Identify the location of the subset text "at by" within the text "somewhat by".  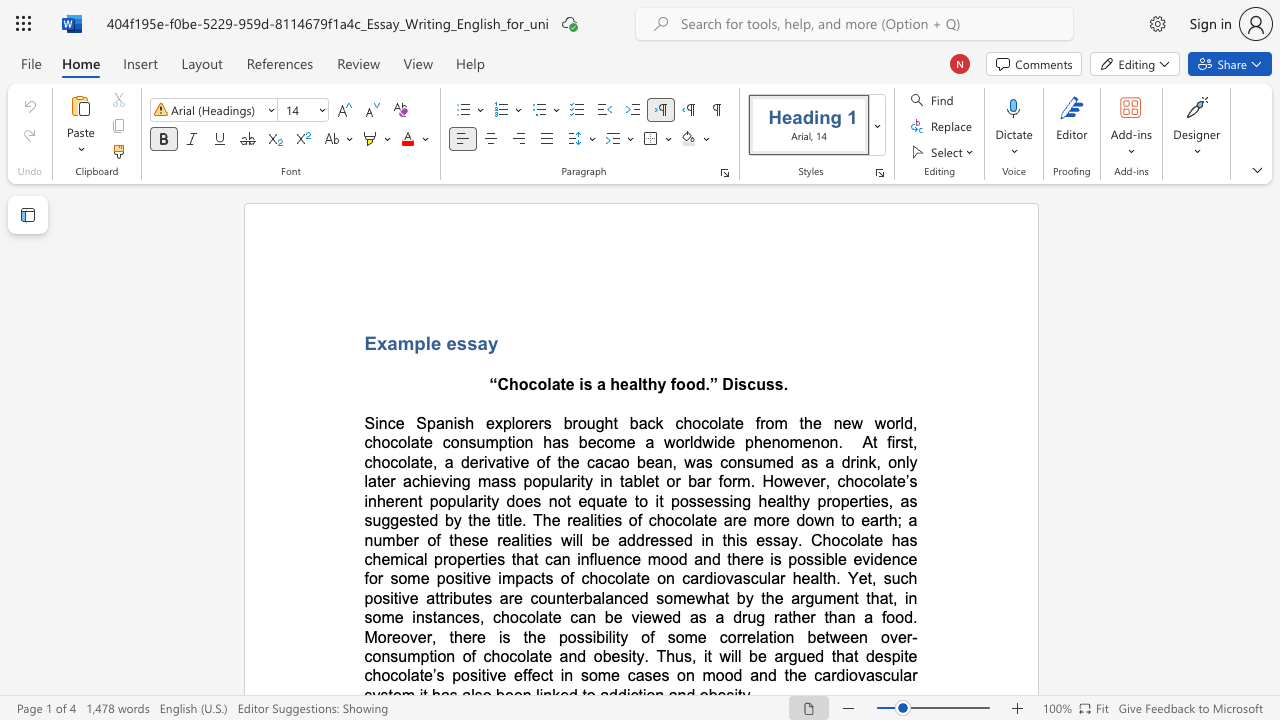
(715, 597).